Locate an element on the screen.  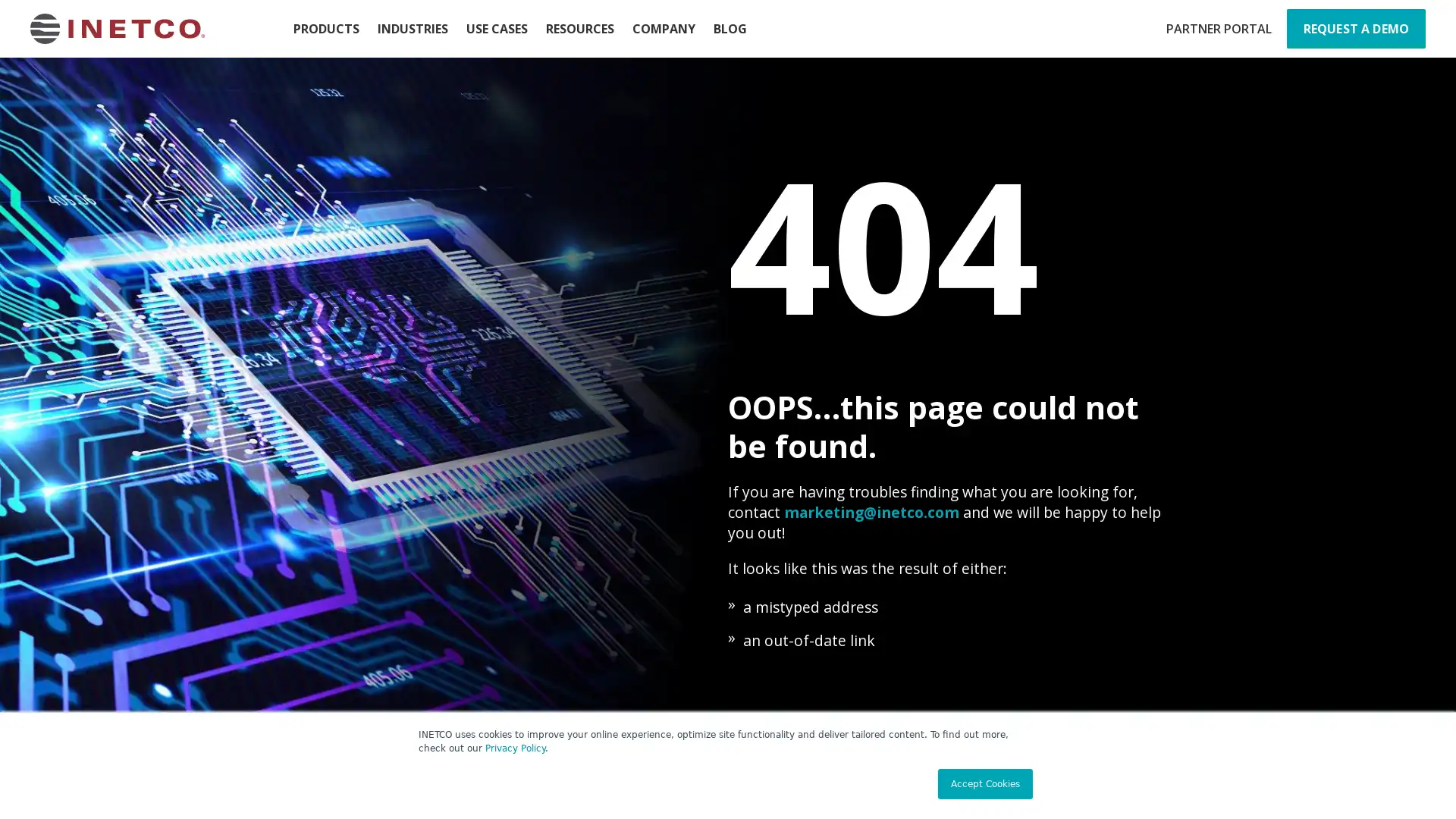
Accept Cookies is located at coordinates (985, 783).